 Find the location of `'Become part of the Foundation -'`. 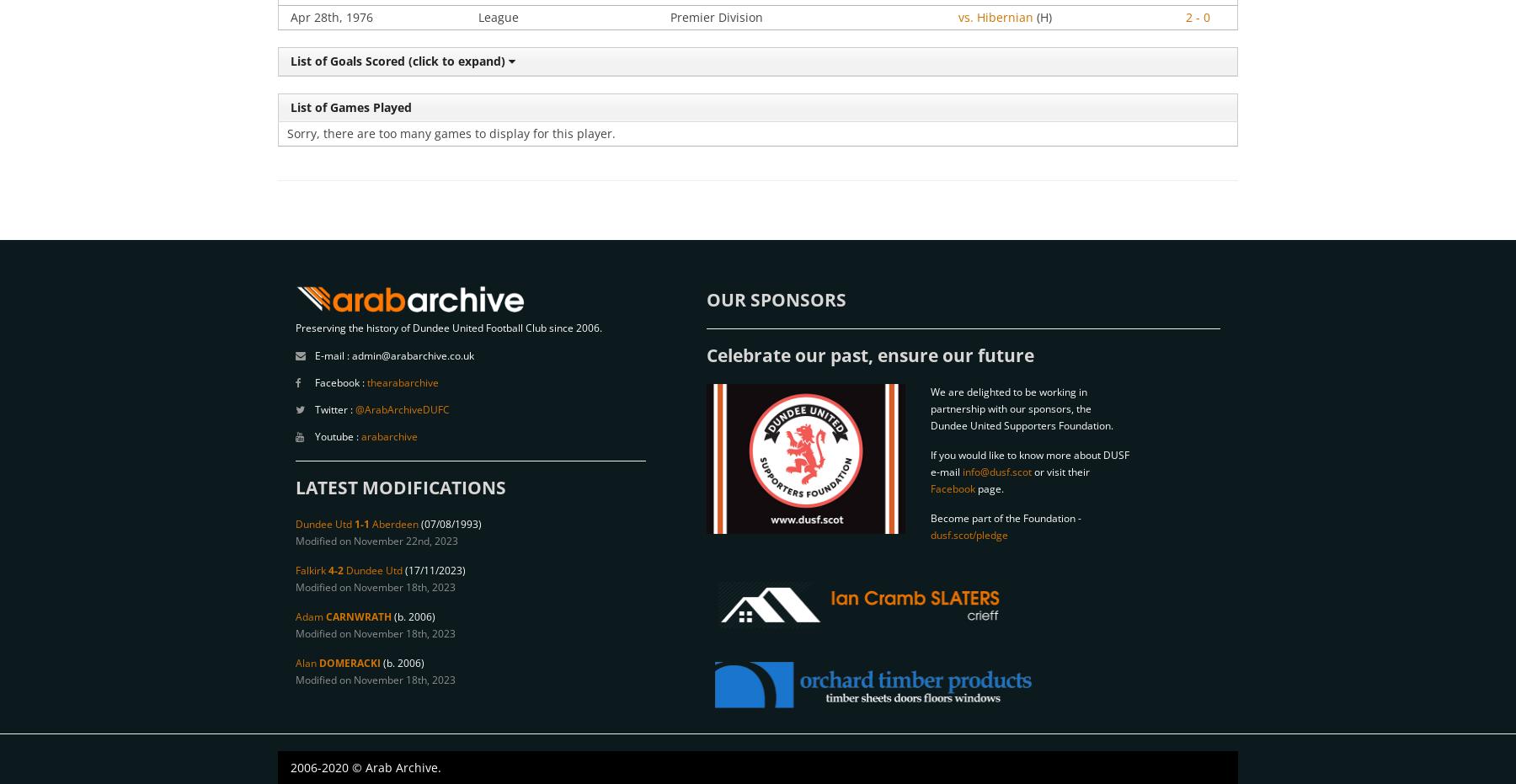

'Become part of the Foundation -' is located at coordinates (931, 518).